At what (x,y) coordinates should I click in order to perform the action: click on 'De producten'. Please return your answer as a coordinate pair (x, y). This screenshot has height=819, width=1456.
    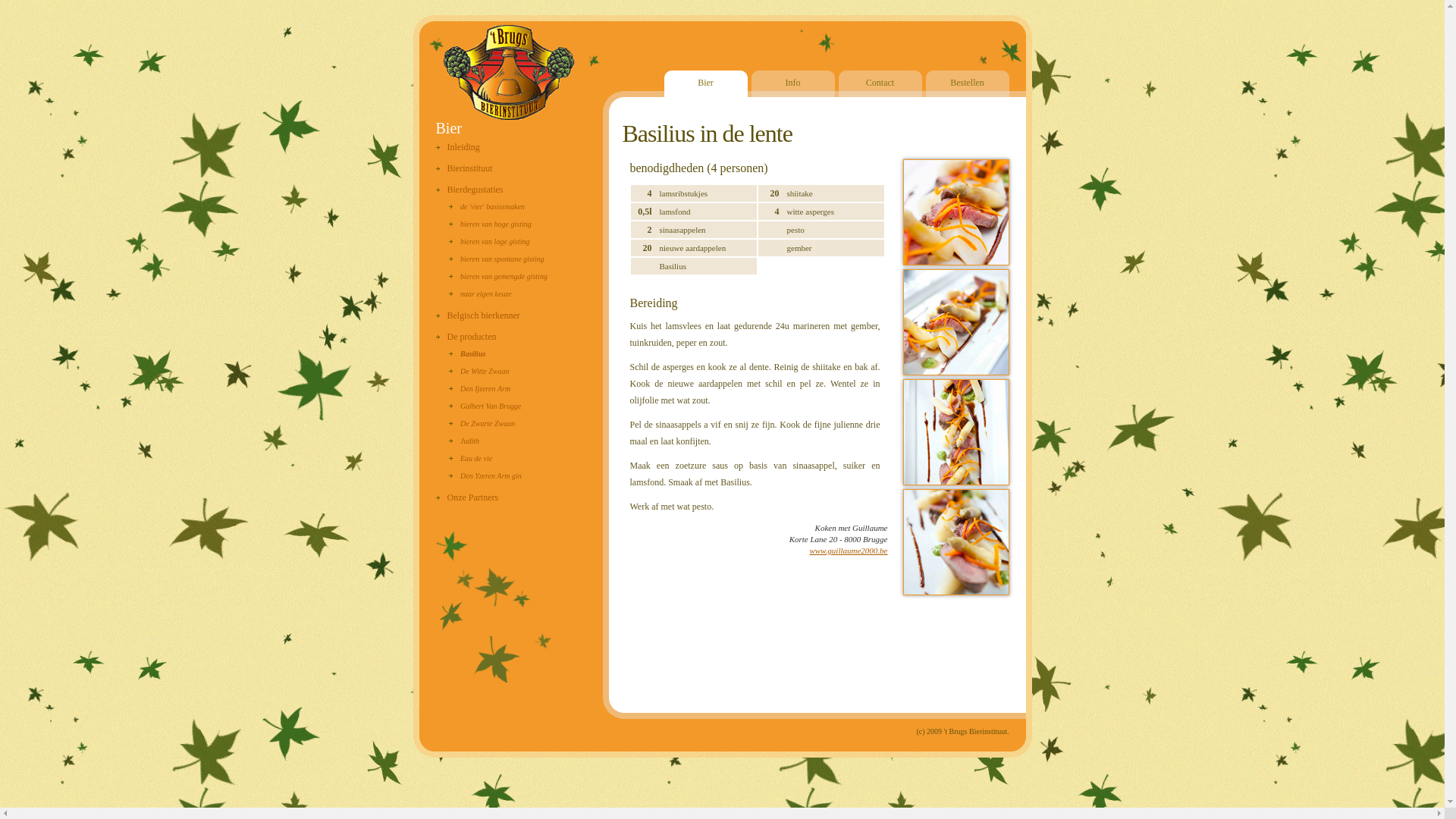
    Looking at the image, I should click on (465, 335).